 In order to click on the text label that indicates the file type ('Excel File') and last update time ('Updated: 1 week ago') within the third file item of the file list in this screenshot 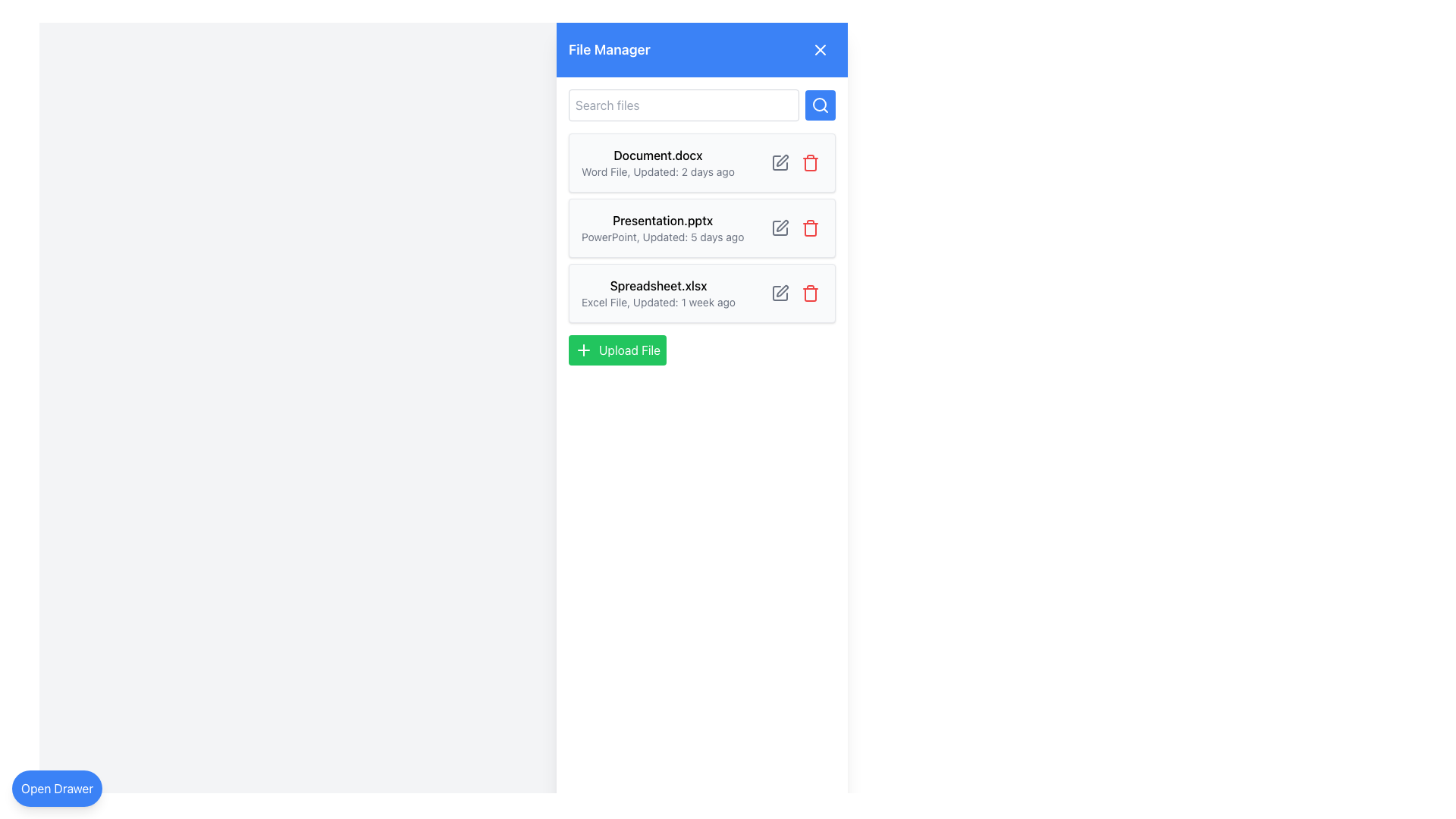, I will do `click(658, 302)`.